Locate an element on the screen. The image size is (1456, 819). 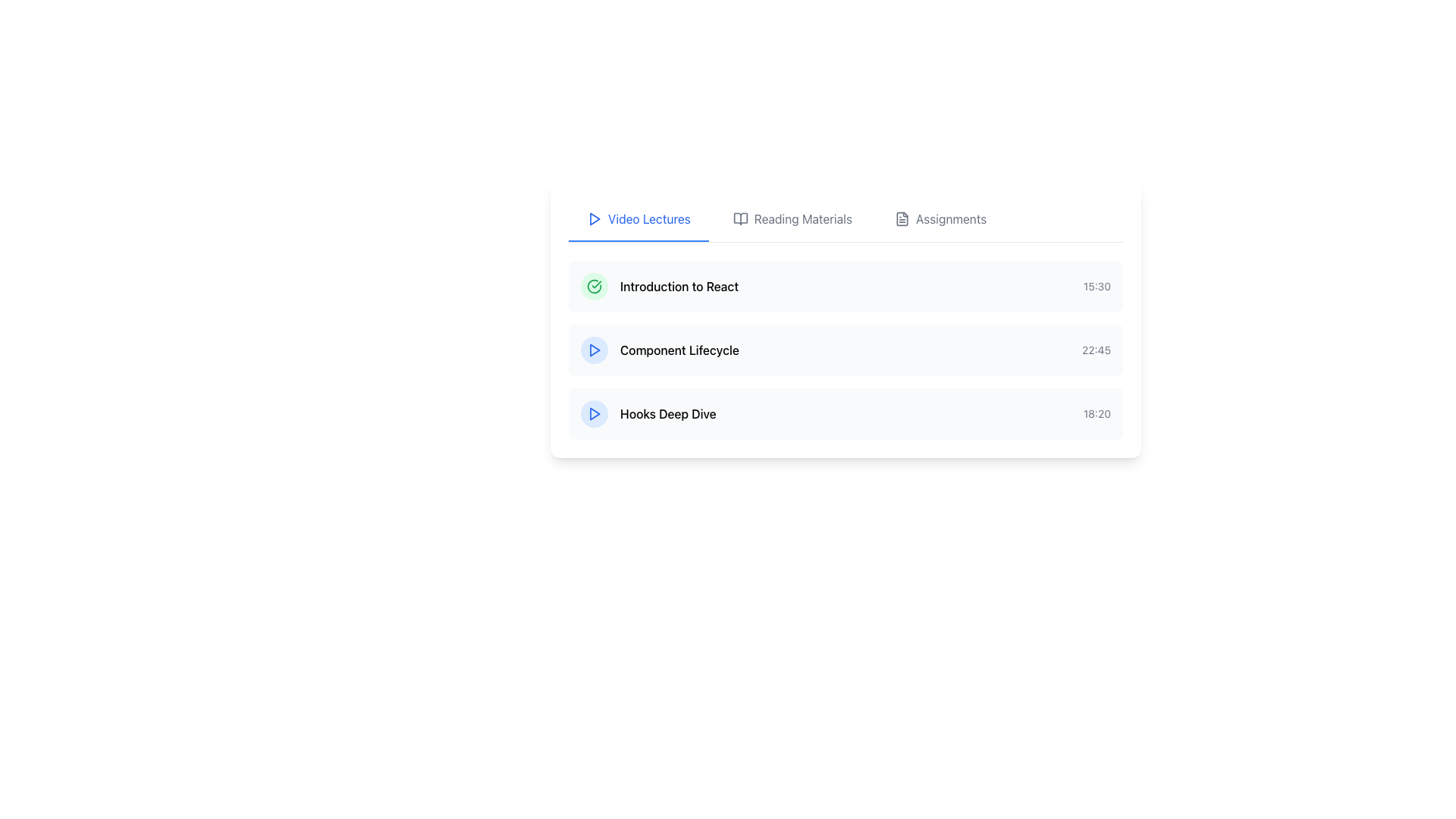
the completion icon located to the left of the 'Introduction to React' text in the educational items list is located at coordinates (593, 287).